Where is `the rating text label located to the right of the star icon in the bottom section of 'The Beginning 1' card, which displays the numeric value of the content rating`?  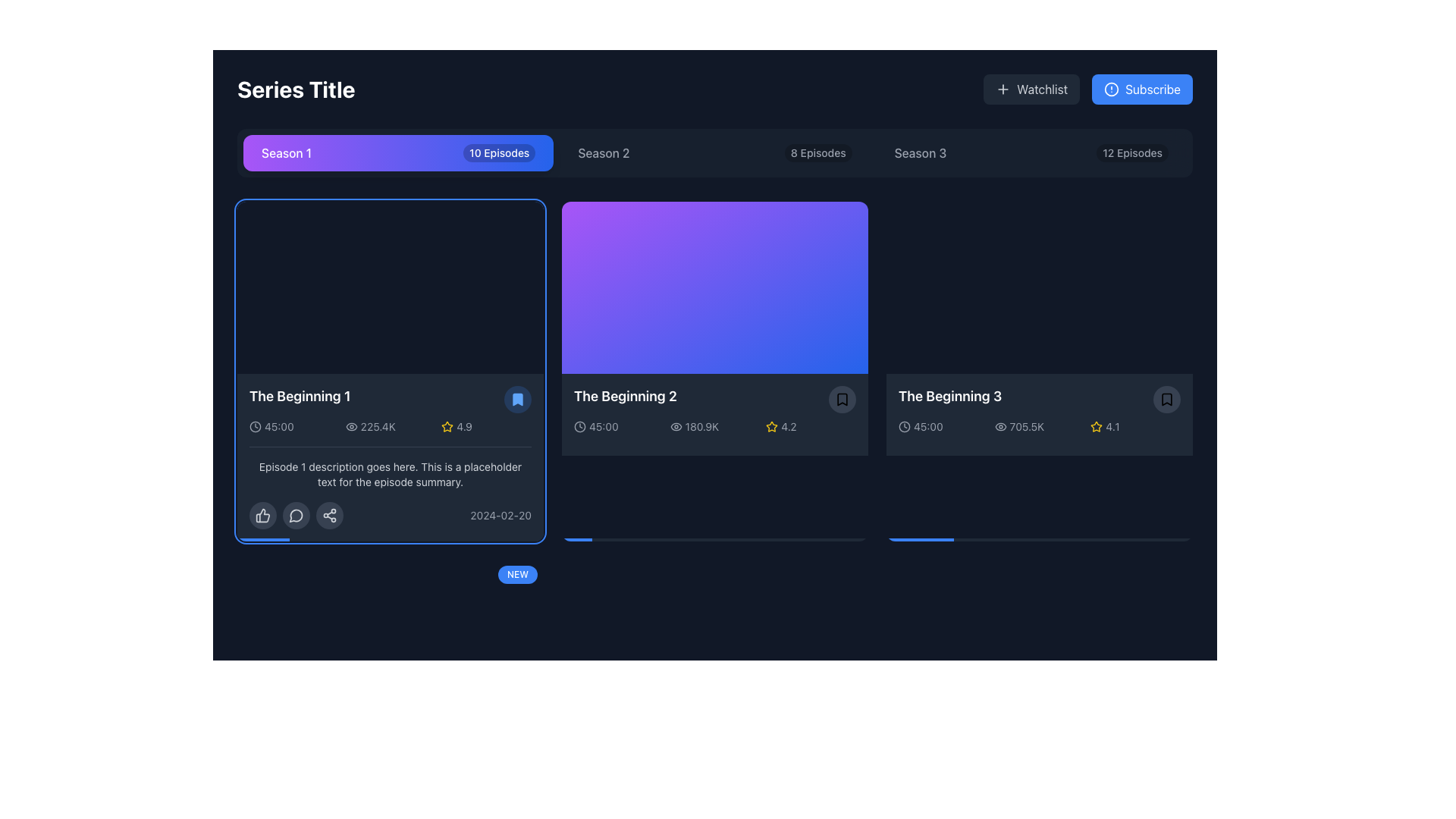
the rating text label located to the right of the star icon in the bottom section of 'The Beginning 1' card, which displays the numeric value of the content rating is located at coordinates (463, 427).